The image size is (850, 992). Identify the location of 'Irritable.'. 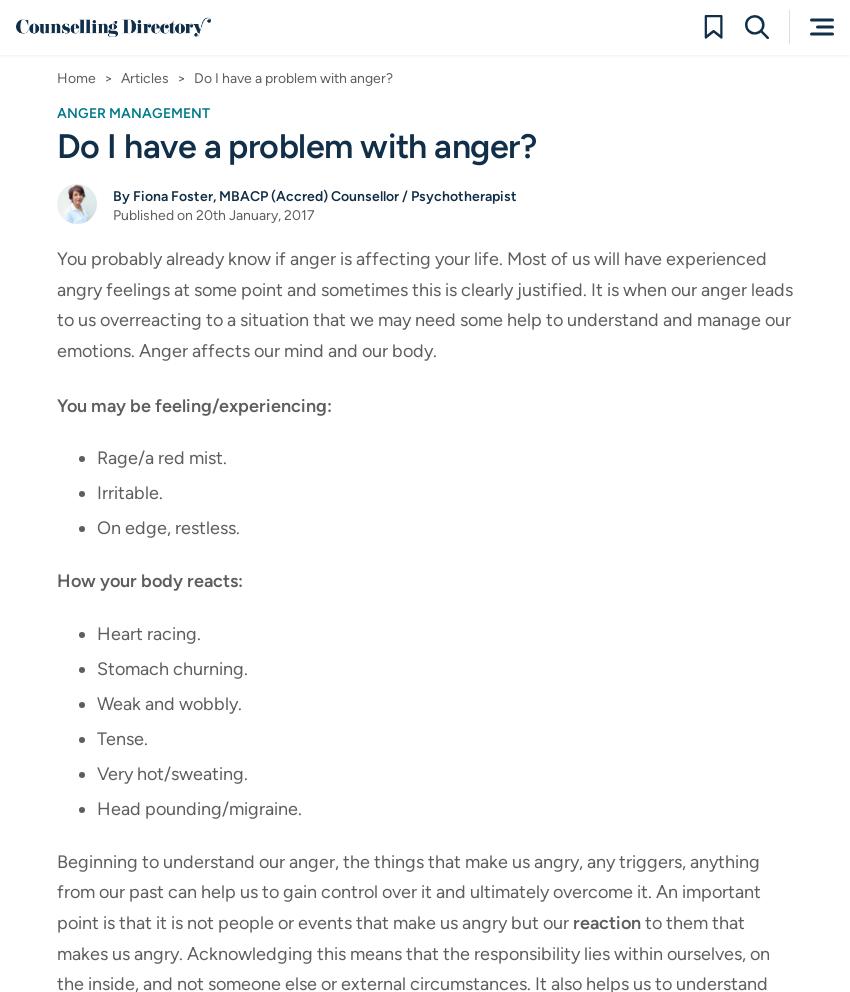
(129, 493).